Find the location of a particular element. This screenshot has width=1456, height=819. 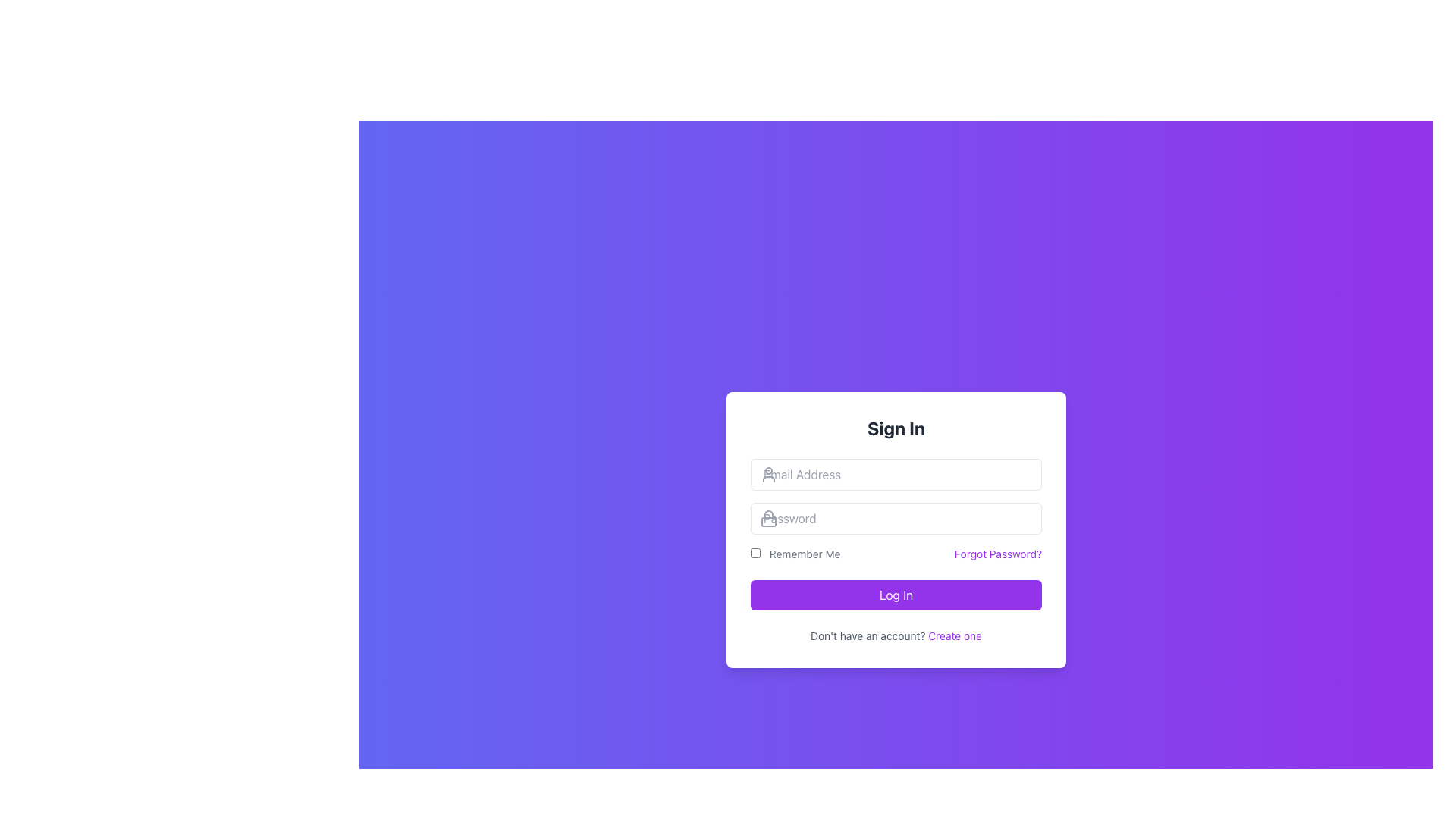

the hyperlink located to the right of the 'Remember Me' checkbox is located at coordinates (998, 554).